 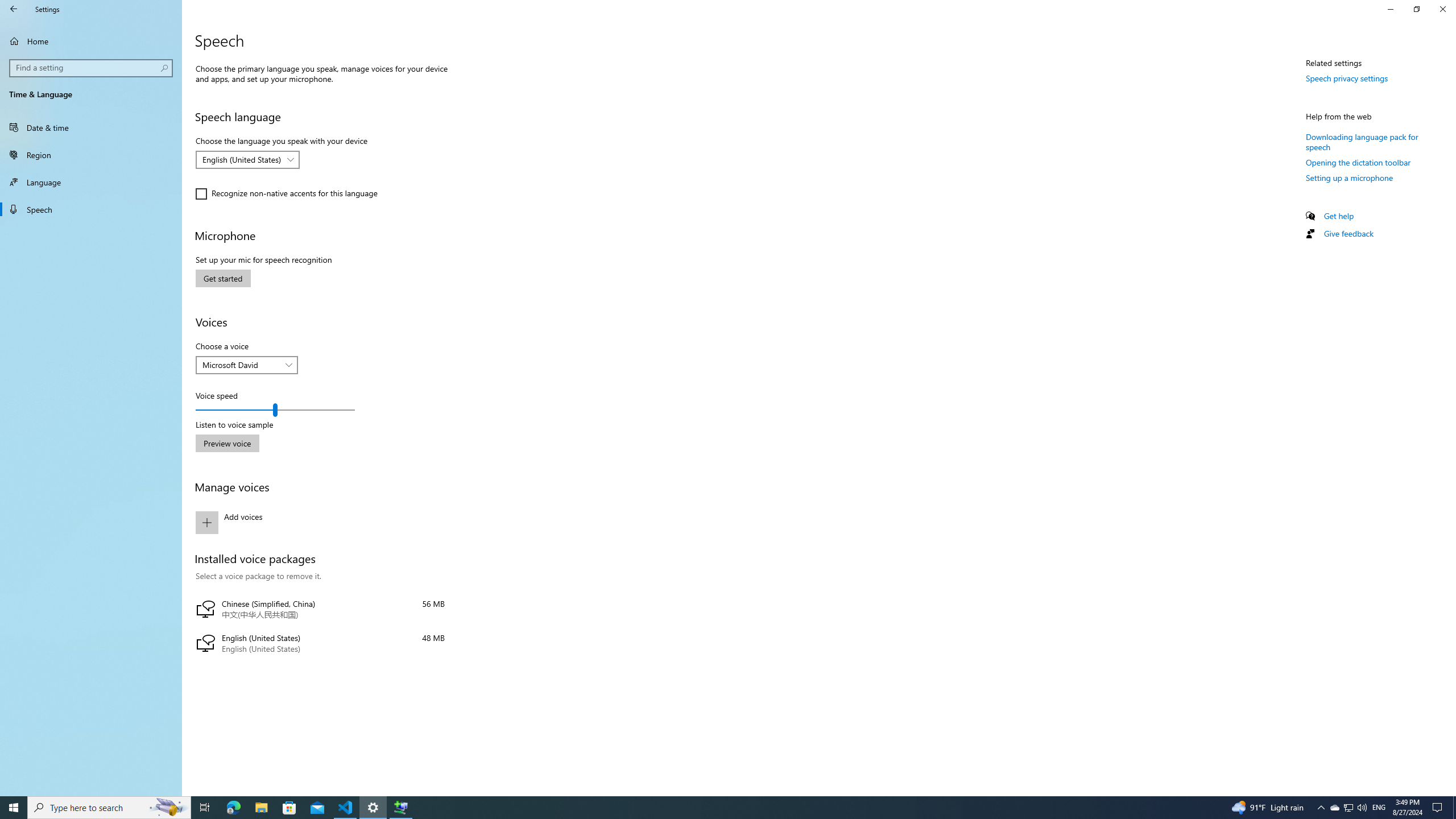 What do you see at coordinates (247, 159) in the screenshot?
I see `'Choose the language you speak with your device'` at bounding box center [247, 159].